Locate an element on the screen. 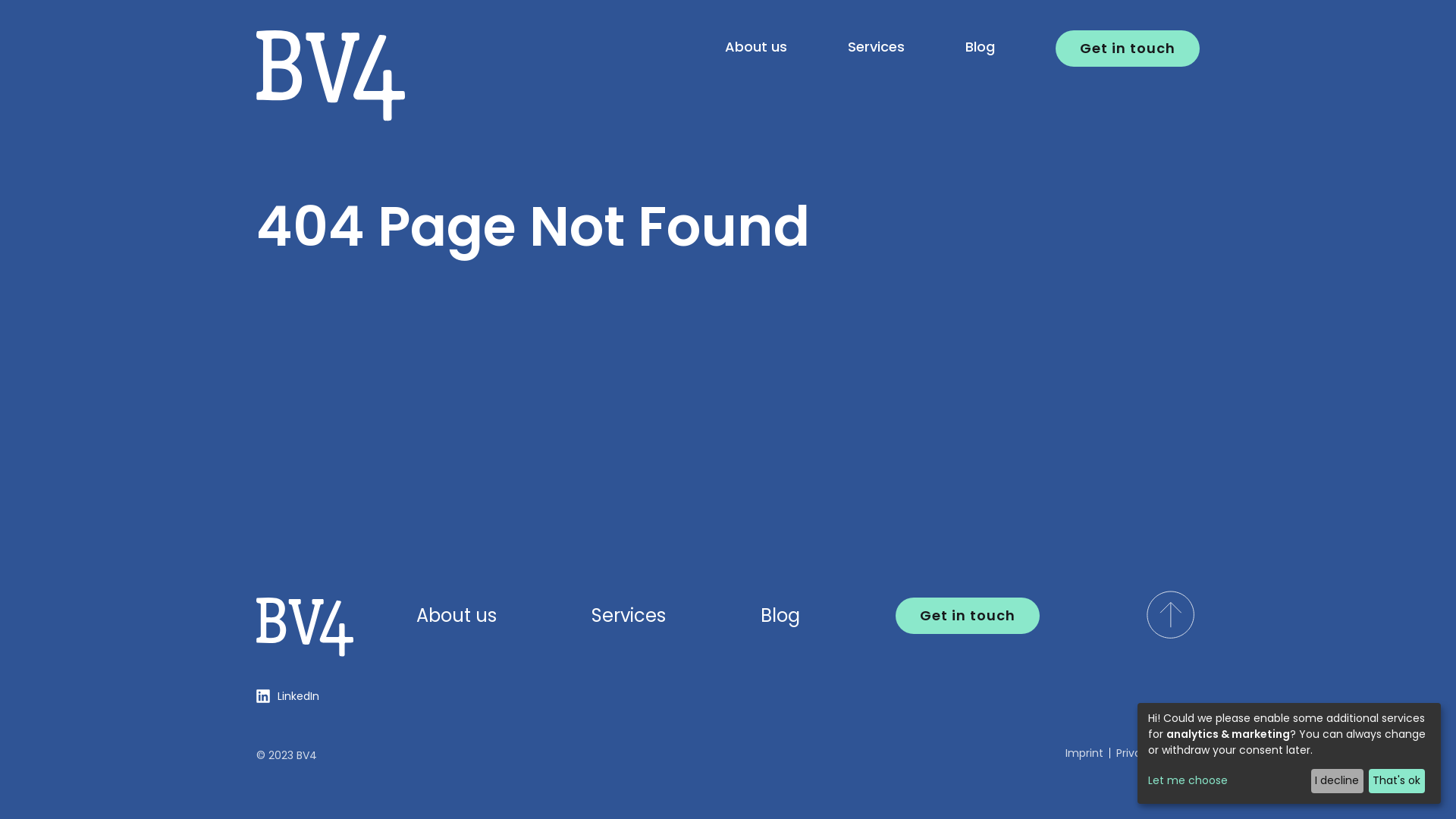 Image resolution: width=1456 pixels, height=819 pixels. 'Imprint' is located at coordinates (1084, 752).